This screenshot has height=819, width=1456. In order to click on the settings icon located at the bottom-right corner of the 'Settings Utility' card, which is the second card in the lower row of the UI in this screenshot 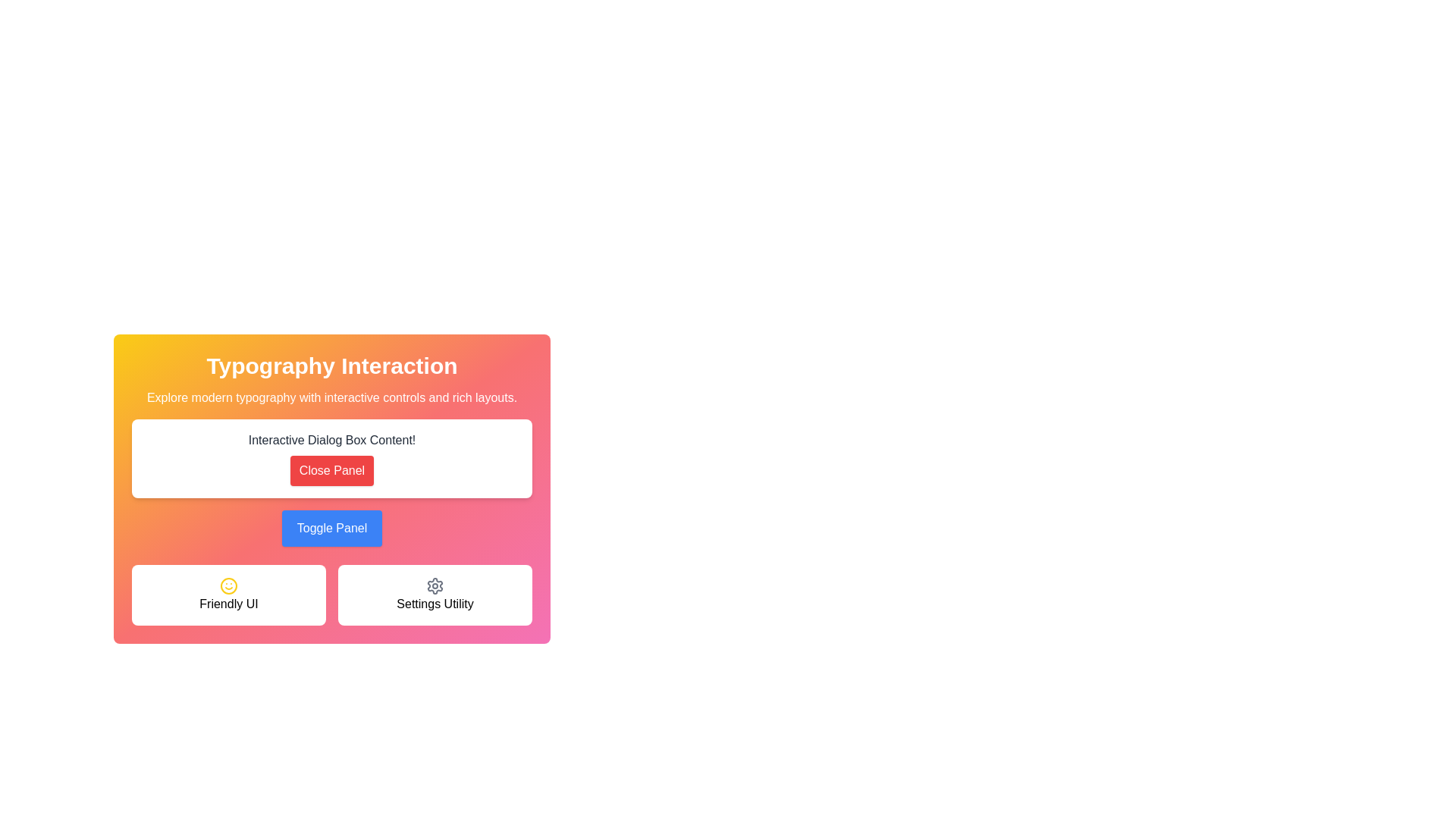, I will do `click(435, 585)`.